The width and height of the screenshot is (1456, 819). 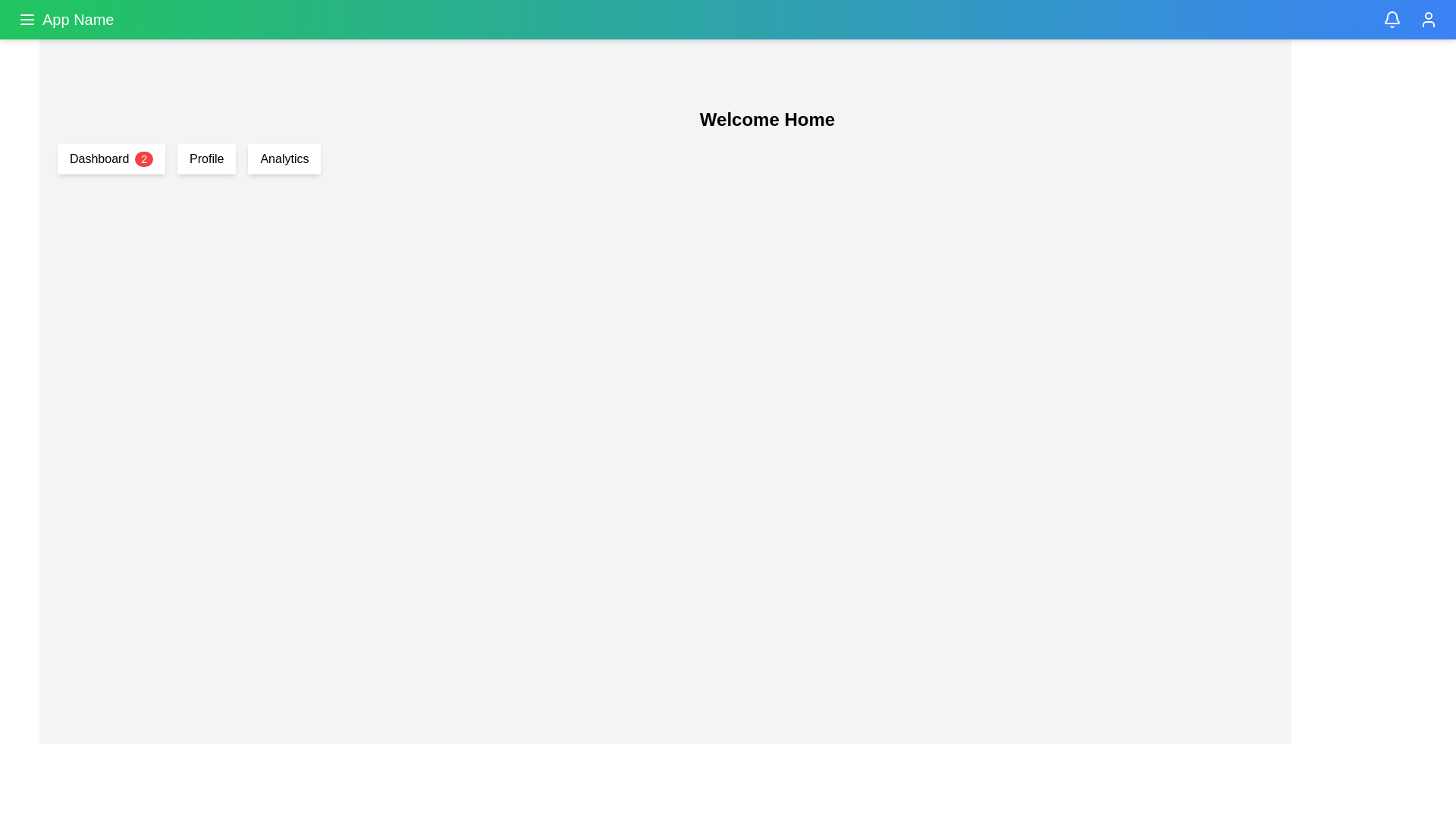 What do you see at coordinates (206, 158) in the screenshot?
I see `the 'Profile' button, which is a rectangular button with rounded corners and a white background, located between the 'Dashboard' button and the 'Analytics' button` at bounding box center [206, 158].